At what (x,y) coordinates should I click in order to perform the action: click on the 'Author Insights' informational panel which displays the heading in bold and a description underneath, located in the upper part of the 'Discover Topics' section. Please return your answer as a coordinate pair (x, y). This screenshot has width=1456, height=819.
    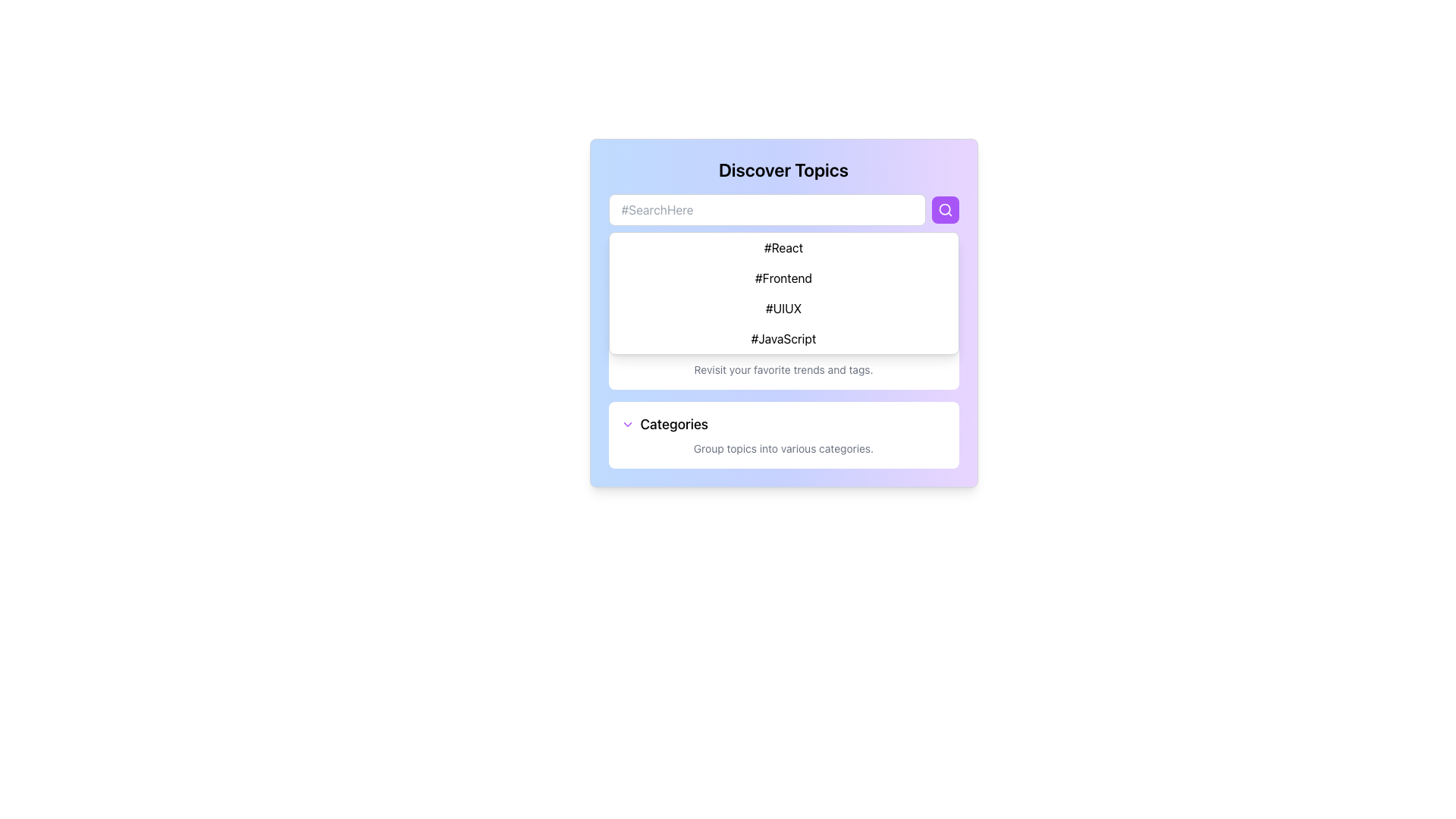
    Looking at the image, I should click on (783, 278).